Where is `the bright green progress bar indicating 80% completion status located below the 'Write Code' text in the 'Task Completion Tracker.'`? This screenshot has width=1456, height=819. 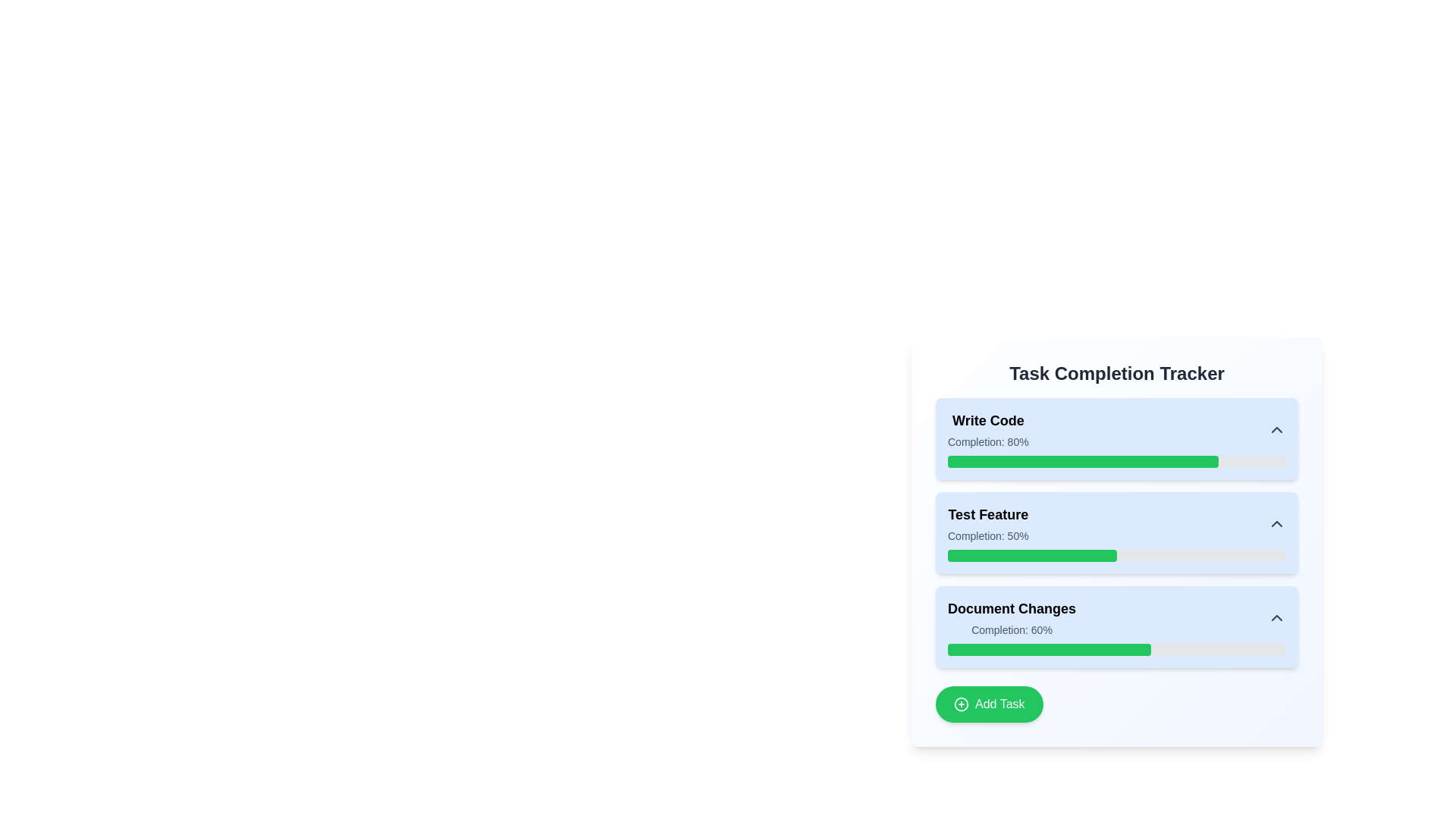
the bright green progress bar indicating 80% completion status located below the 'Write Code' text in the 'Task Completion Tracker.' is located at coordinates (1082, 461).